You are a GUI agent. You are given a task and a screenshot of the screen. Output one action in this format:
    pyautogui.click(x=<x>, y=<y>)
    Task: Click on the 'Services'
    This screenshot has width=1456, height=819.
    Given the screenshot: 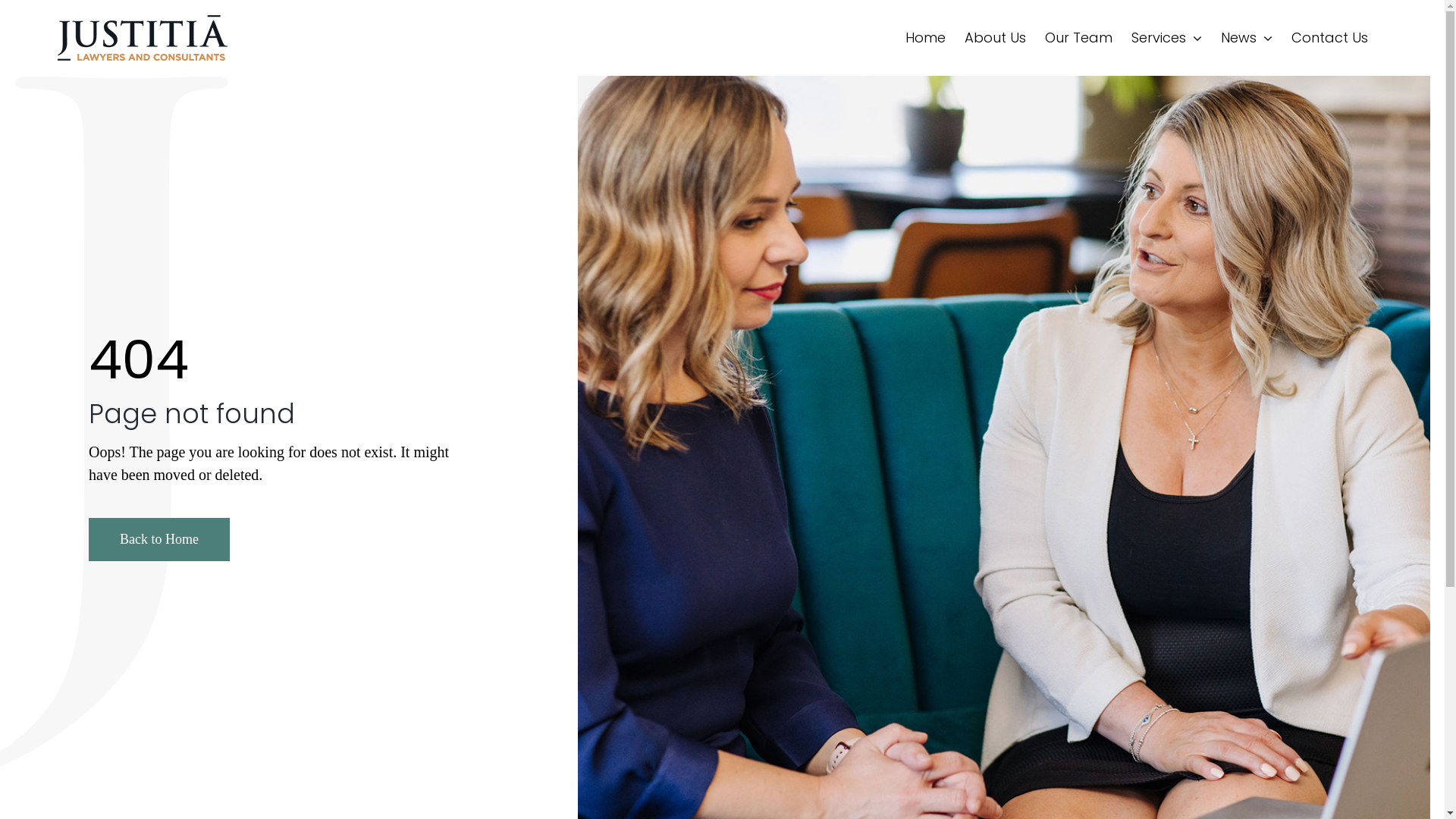 What is the action you would take?
    pyautogui.click(x=1166, y=37)
    